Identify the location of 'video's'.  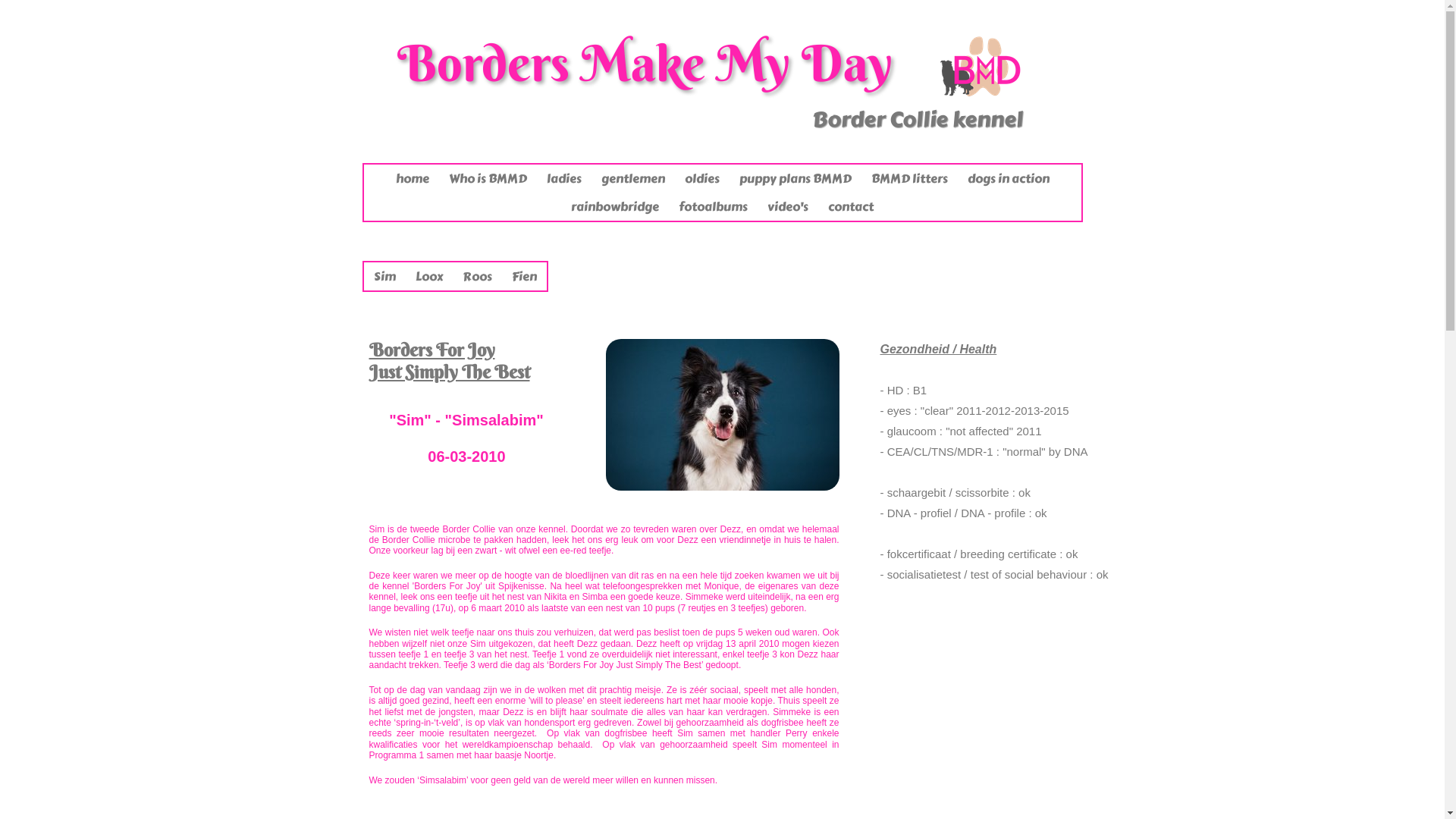
(757, 206).